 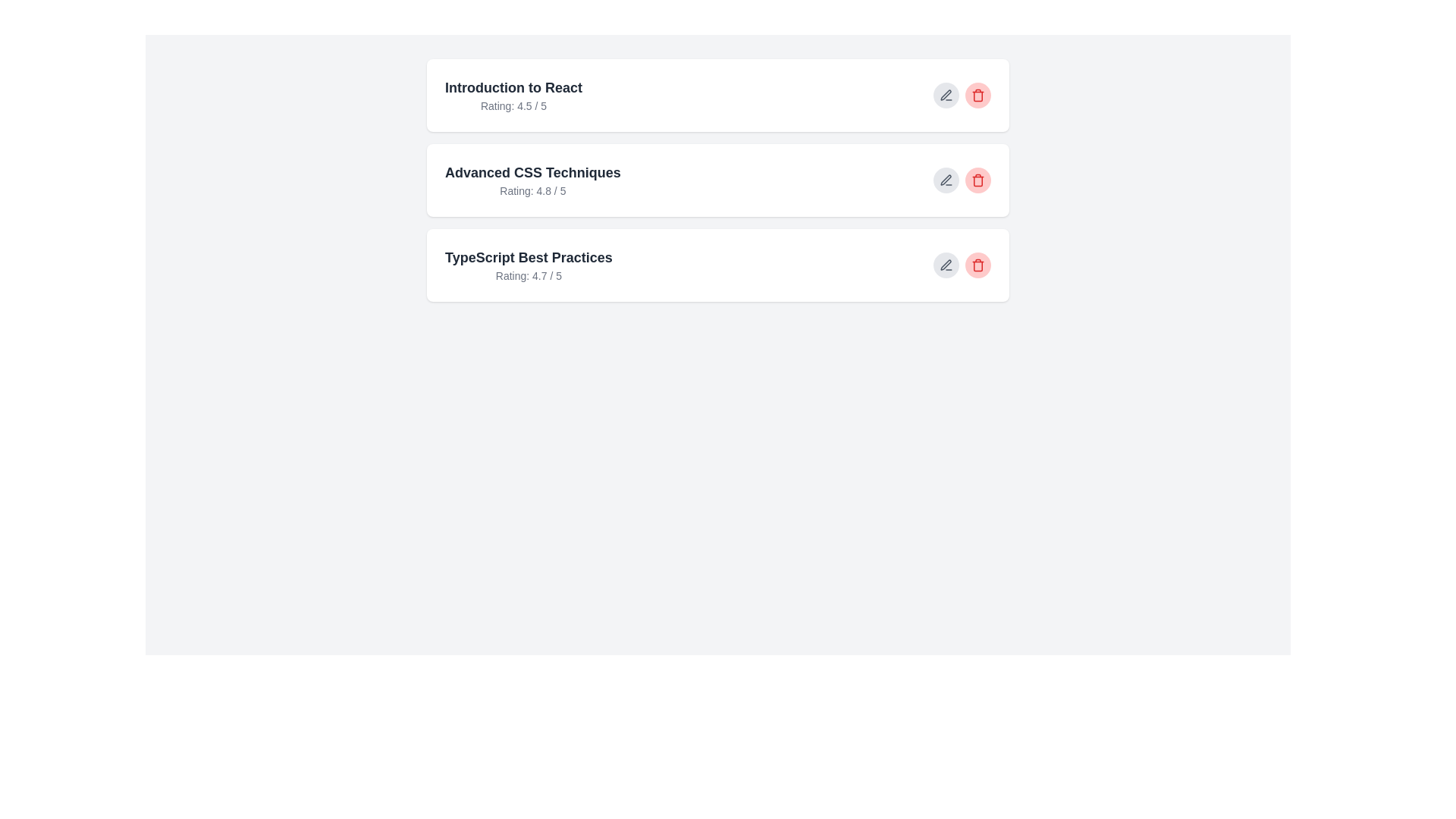 What do you see at coordinates (978, 96) in the screenshot?
I see `the red circular button with a trash bin icon` at bounding box center [978, 96].